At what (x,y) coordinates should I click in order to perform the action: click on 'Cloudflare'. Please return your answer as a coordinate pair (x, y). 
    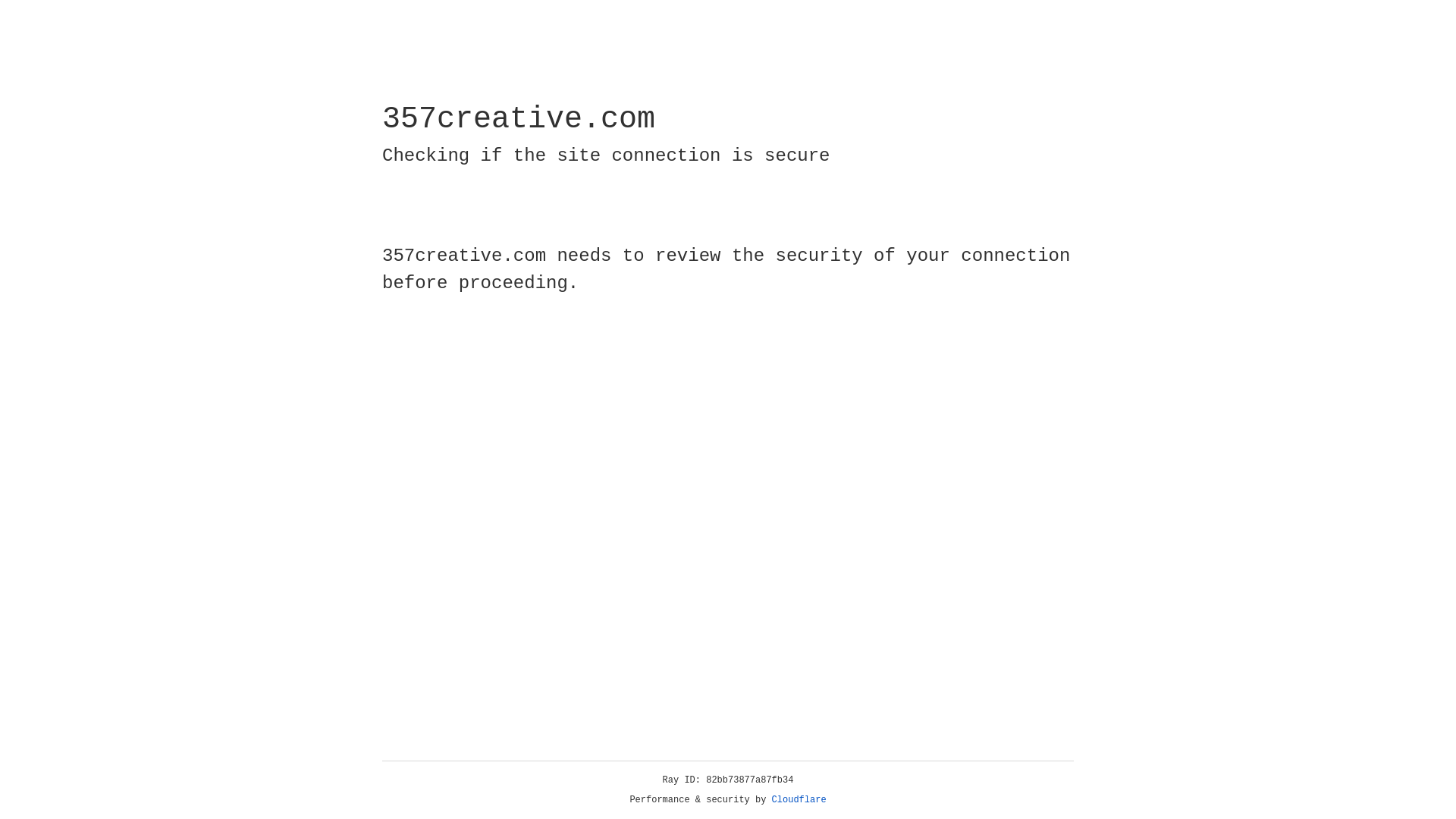
    Looking at the image, I should click on (799, 799).